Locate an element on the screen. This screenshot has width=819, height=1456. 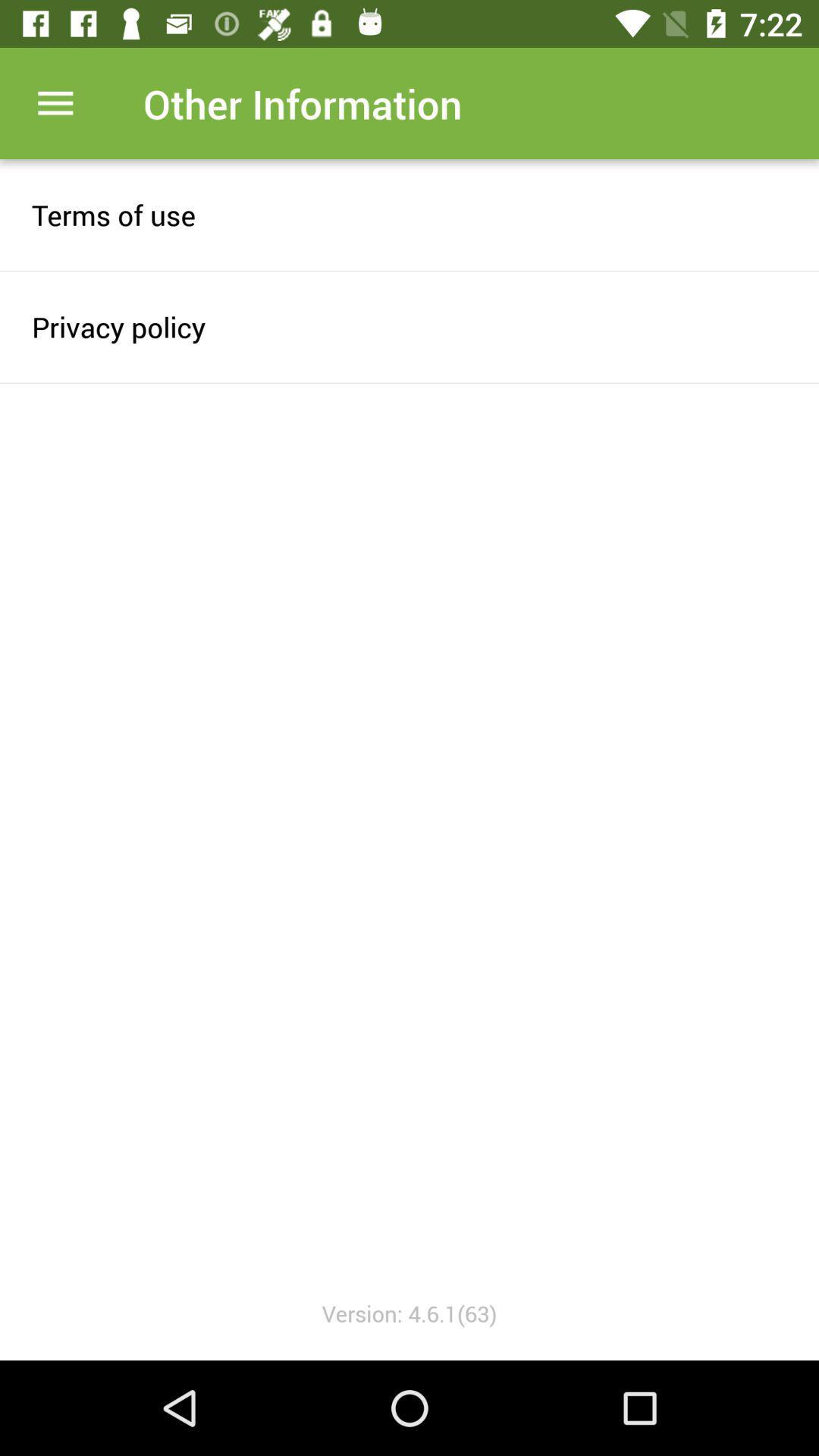
tap for menu options is located at coordinates (55, 102).